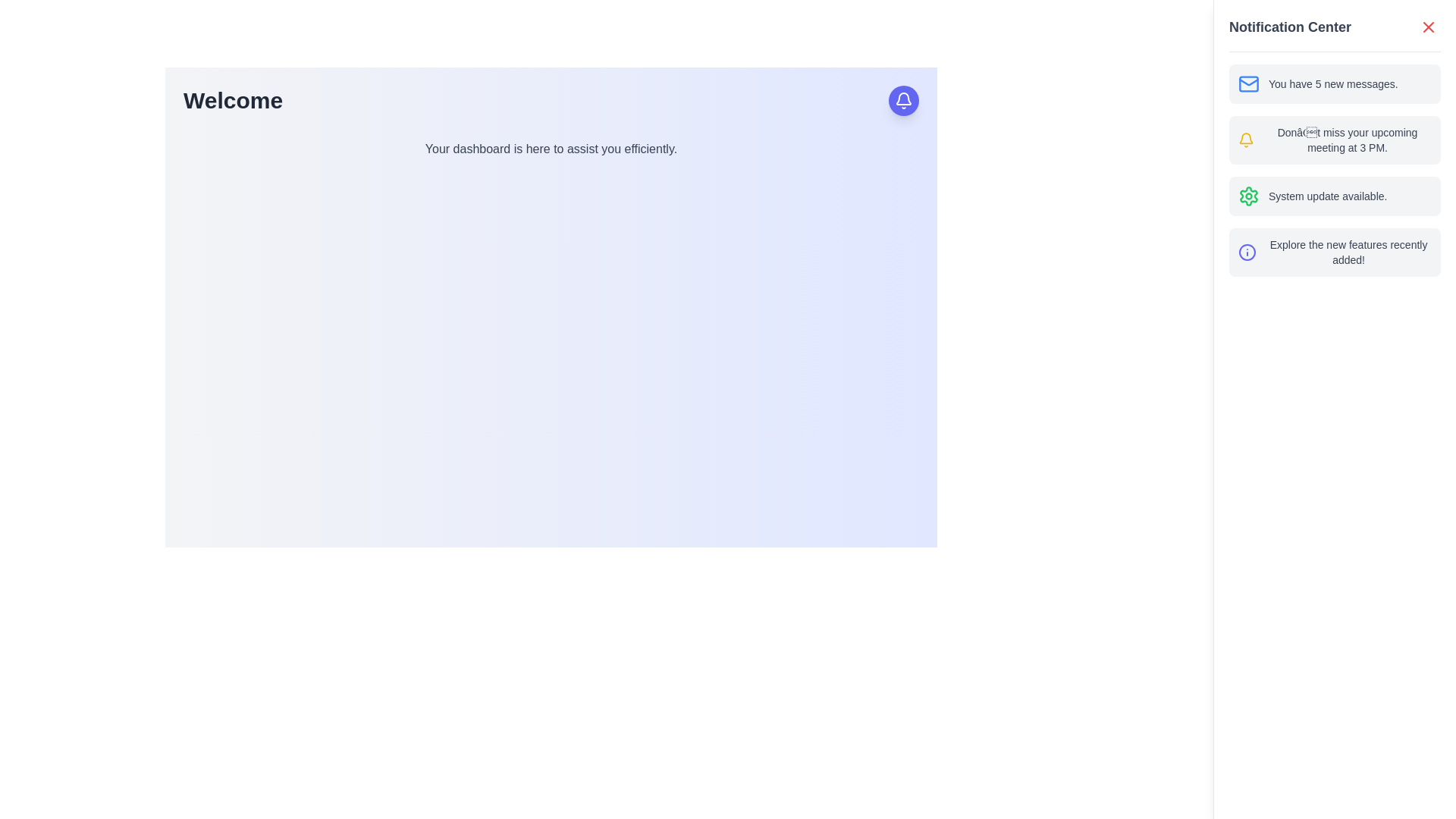  I want to click on the content of the non-interactive Notification card located at the bottom of the list in the Notification Center panel, so click(1335, 251).